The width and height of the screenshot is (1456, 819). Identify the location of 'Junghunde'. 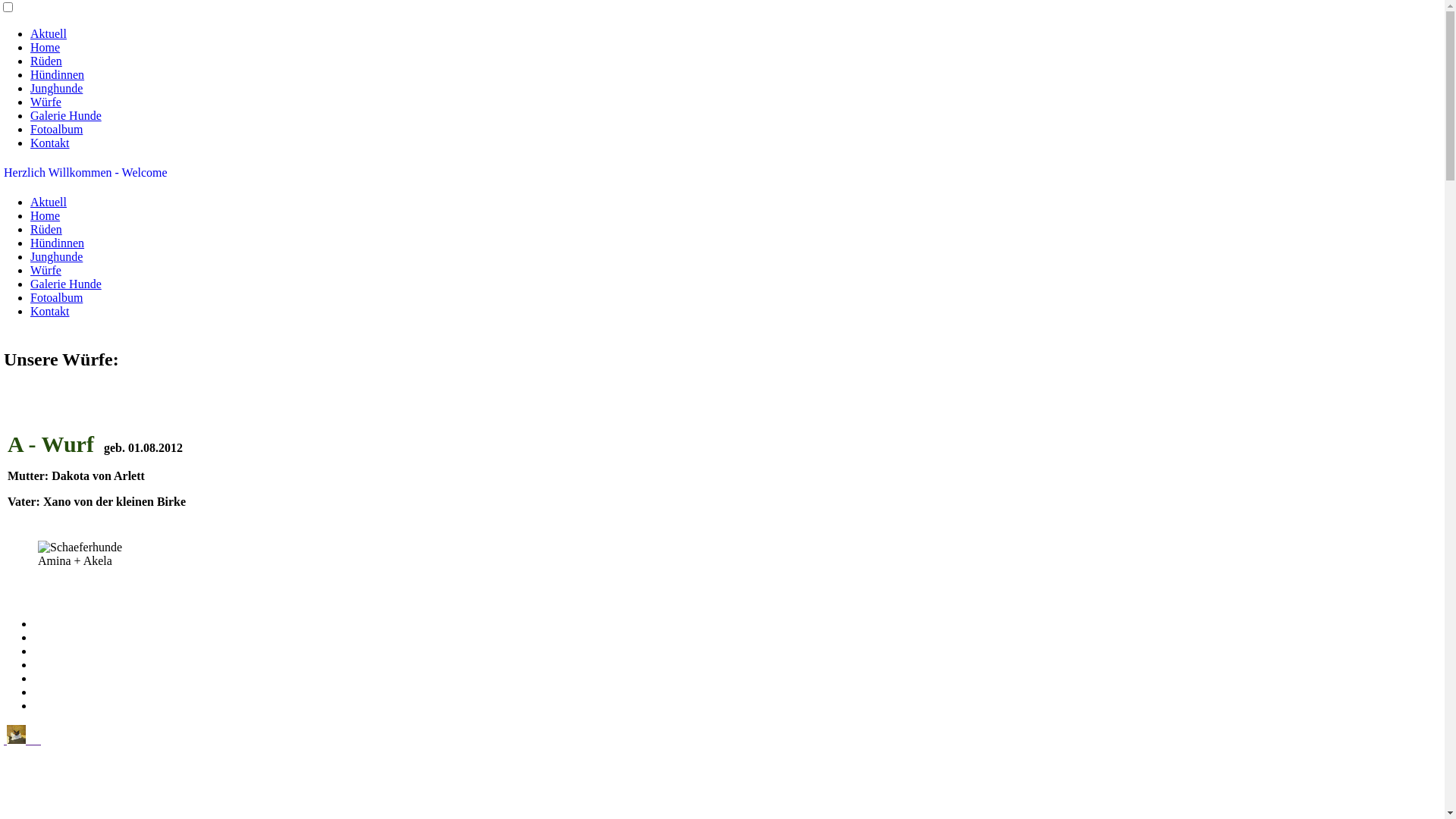
(56, 256).